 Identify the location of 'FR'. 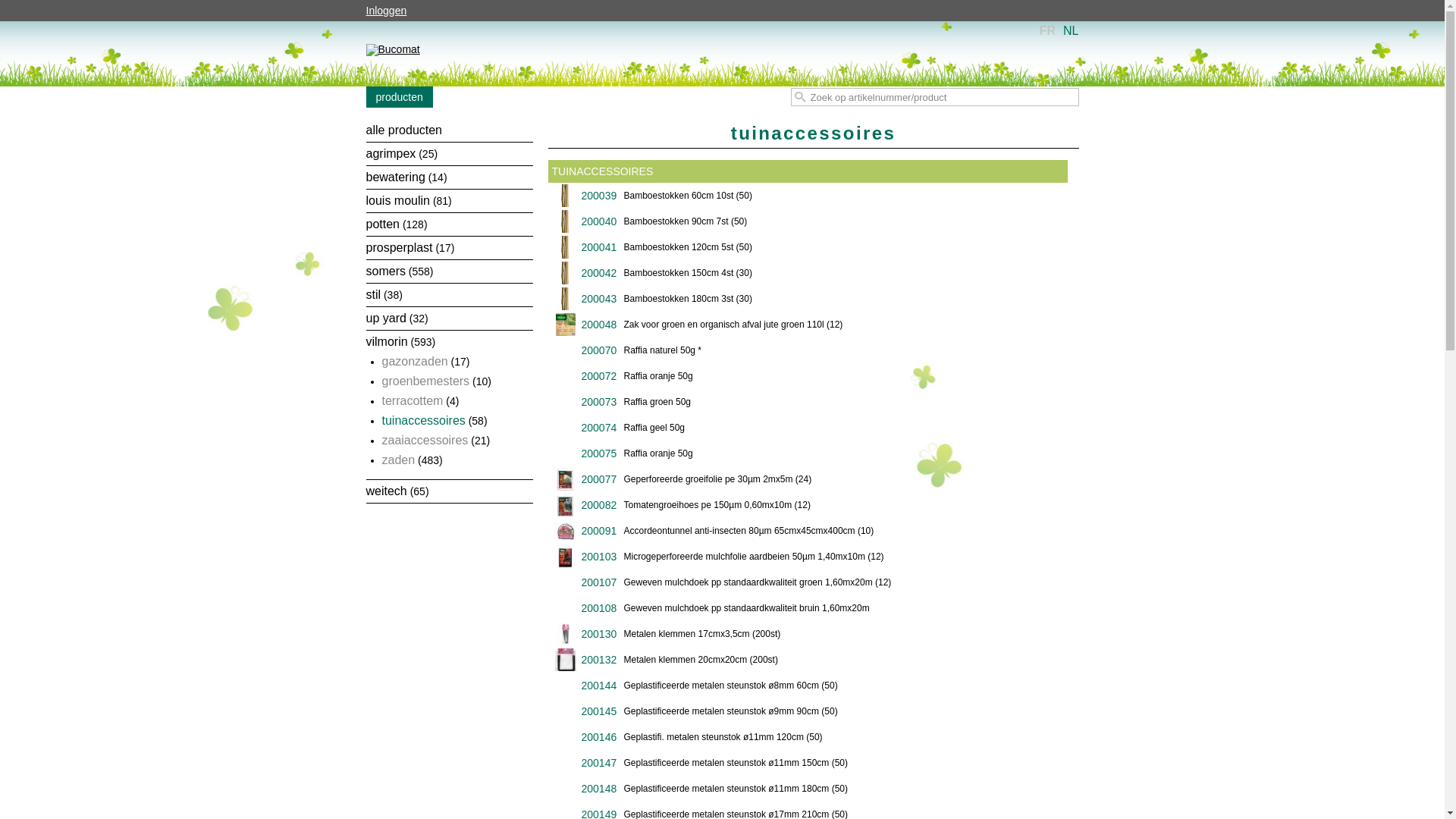
(1046, 30).